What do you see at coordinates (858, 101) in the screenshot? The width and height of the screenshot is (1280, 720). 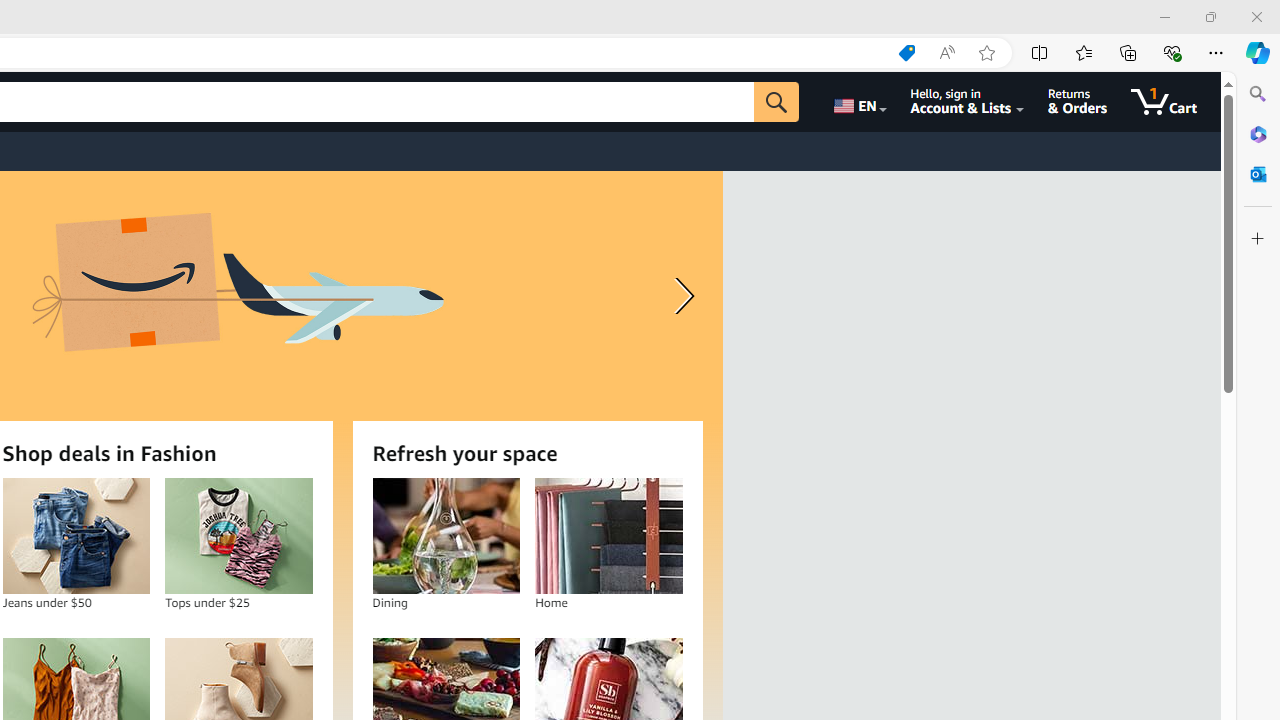 I see `'Choose a language for shopping.'` at bounding box center [858, 101].